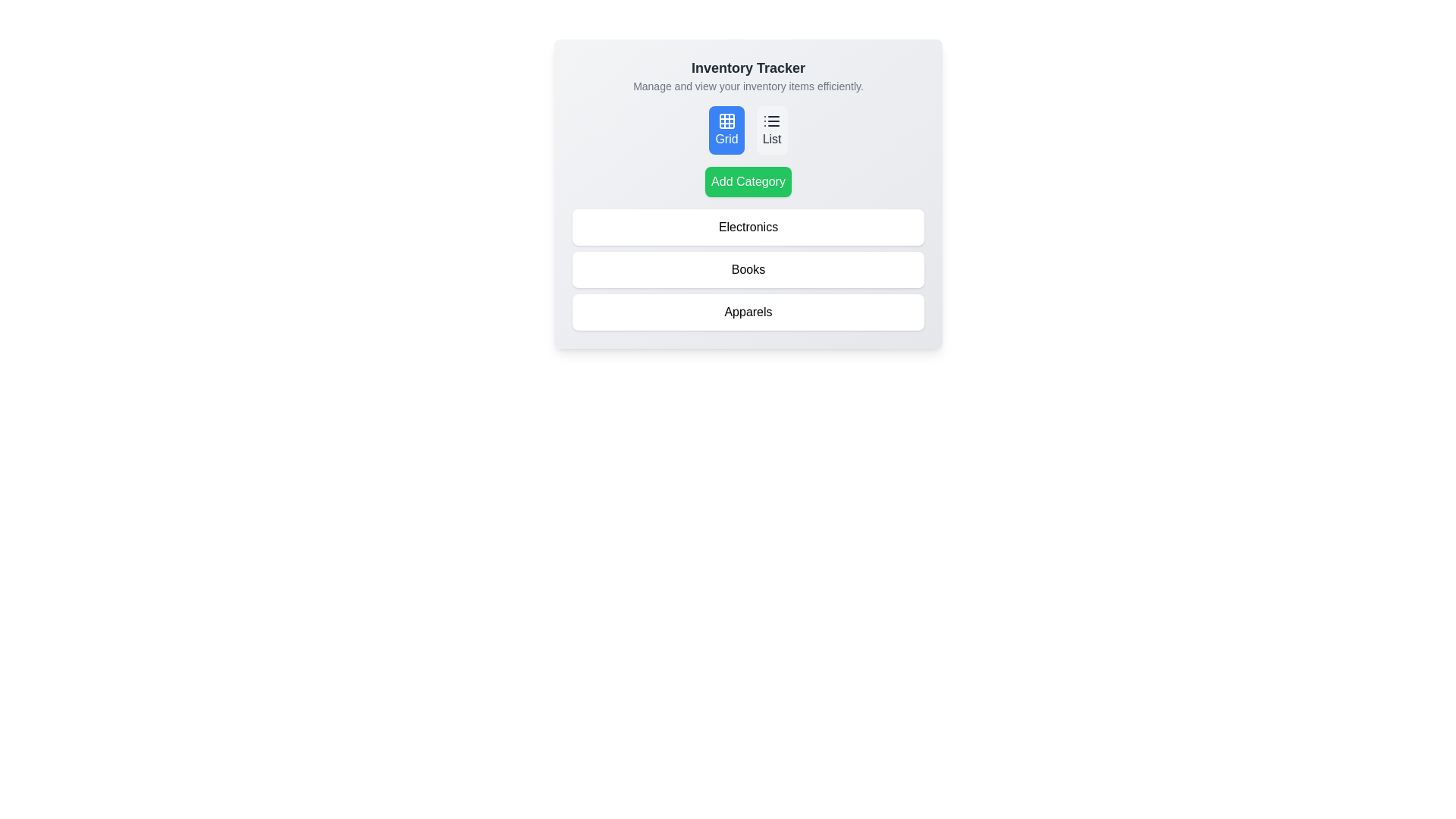 The height and width of the screenshot is (819, 1456). What do you see at coordinates (748, 180) in the screenshot?
I see `the green 'Add Category' button with rounded corners, located centrally below the 'Grid' and 'List' buttons` at bounding box center [748, 180].